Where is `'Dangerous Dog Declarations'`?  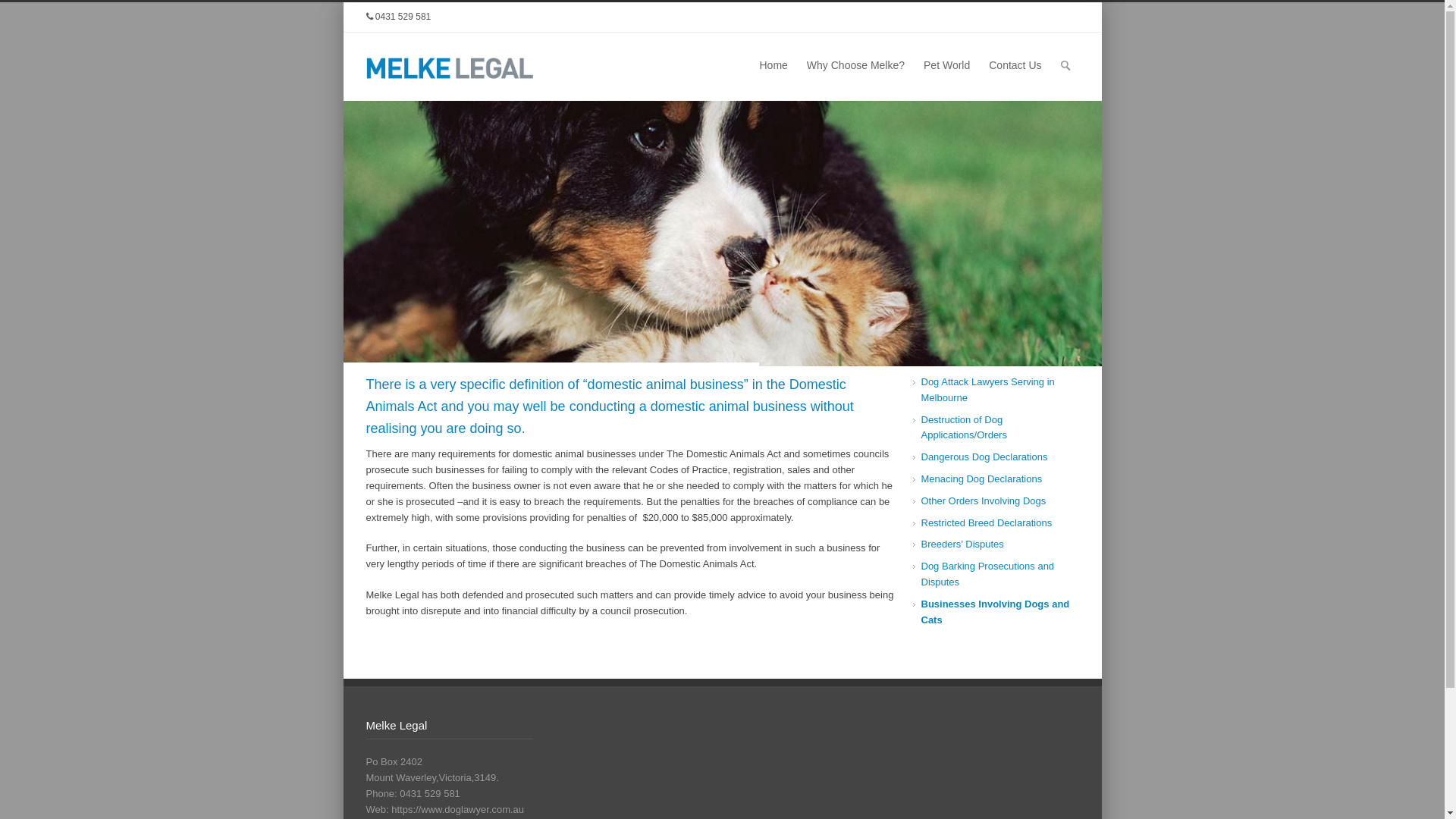 'Dangerous Dog Declarations' is located at coordinates (984, 456).